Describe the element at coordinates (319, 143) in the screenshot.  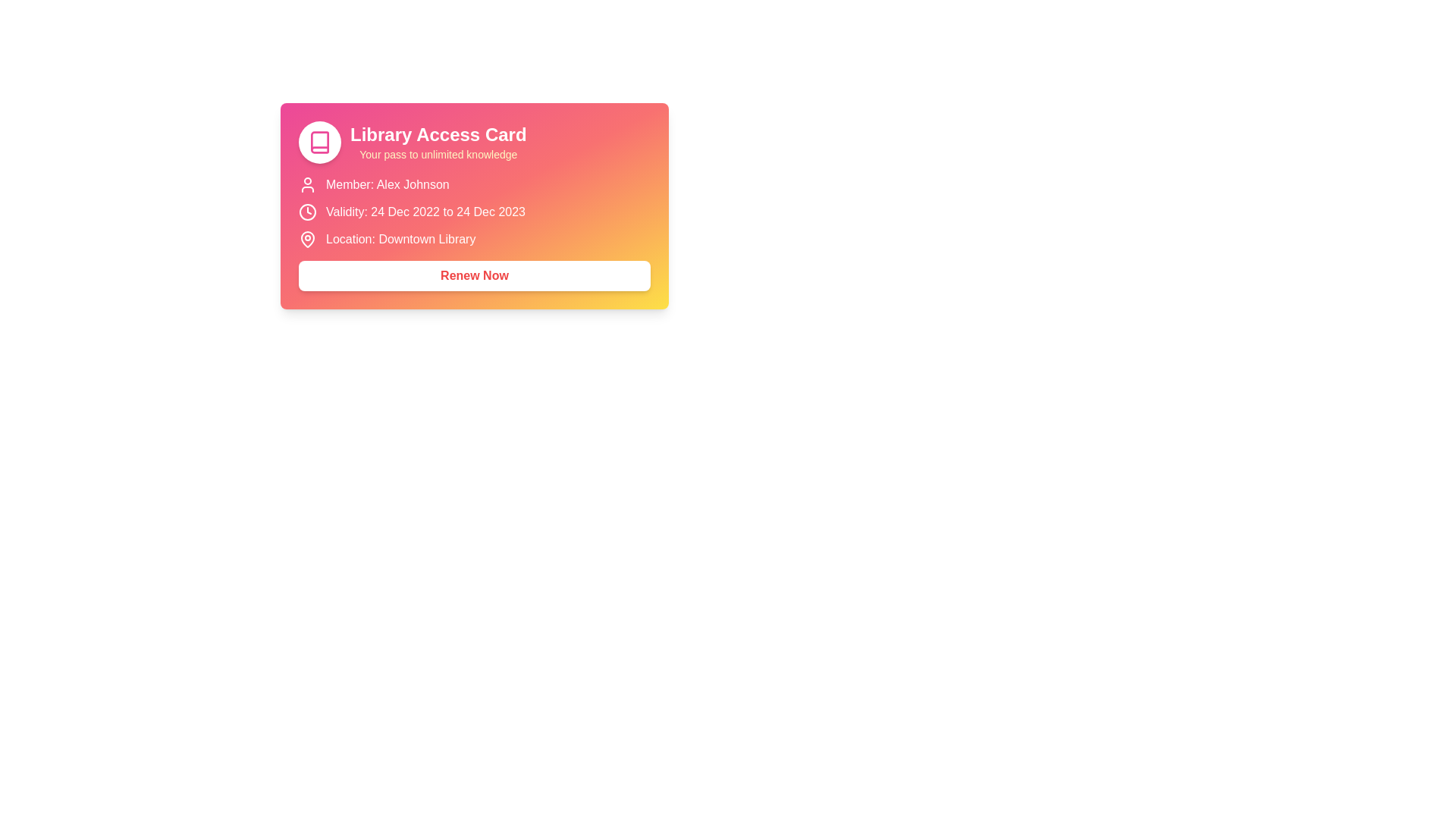
I see `the circular icon button with a white background and pink book icon located at the top-left corner of the card, adjacent to 'Library Access Card.'` at that location.